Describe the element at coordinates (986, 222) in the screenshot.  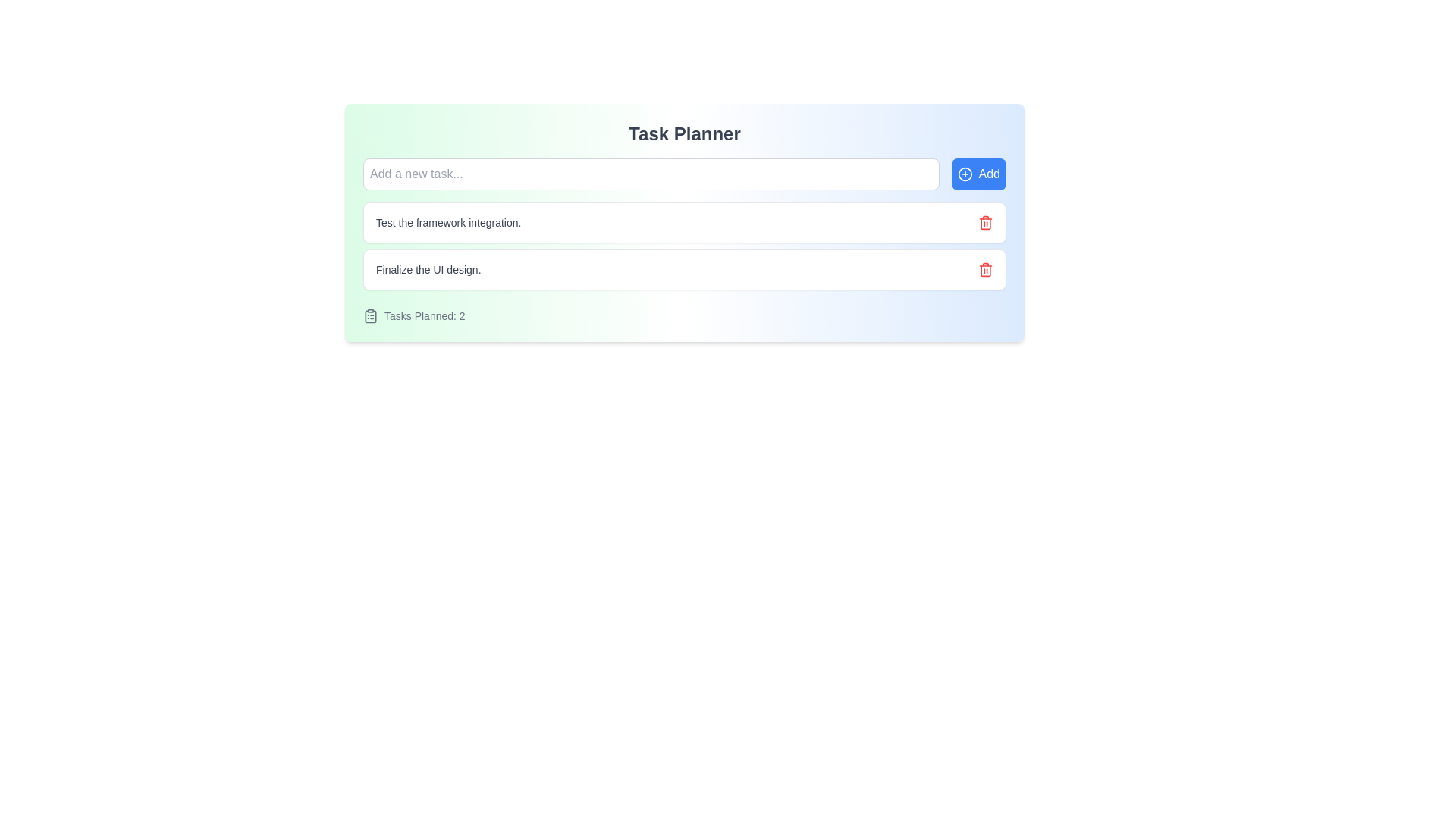
I see `the red-colored trash bin icon button` at that location.